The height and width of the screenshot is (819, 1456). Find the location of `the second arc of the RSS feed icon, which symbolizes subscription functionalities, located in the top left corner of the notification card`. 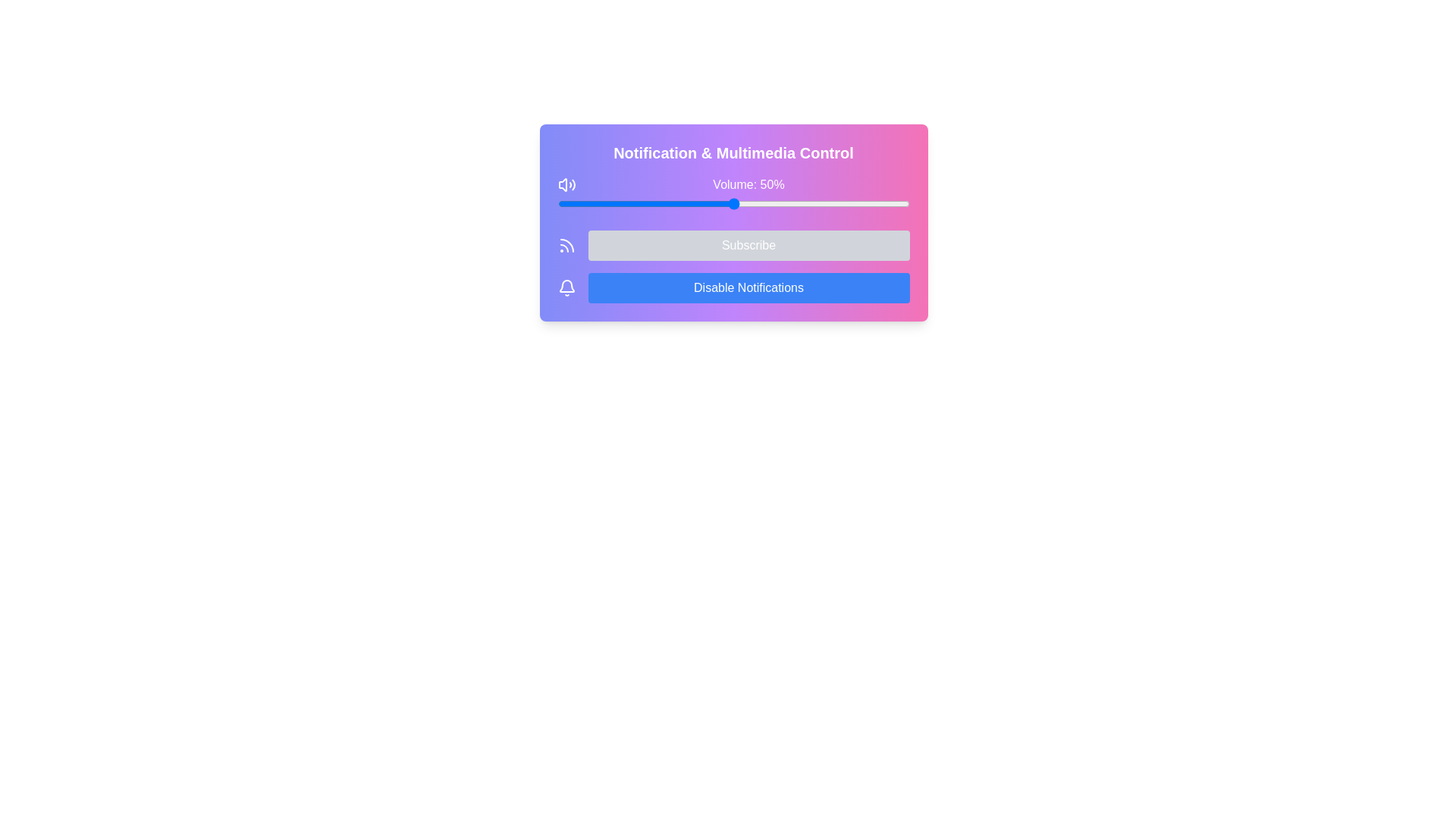

the second arc of the RSS feed icon, which symbolizes subscription functionalities, located in the top left corner of the notification card is located at coordinates (566, 245).